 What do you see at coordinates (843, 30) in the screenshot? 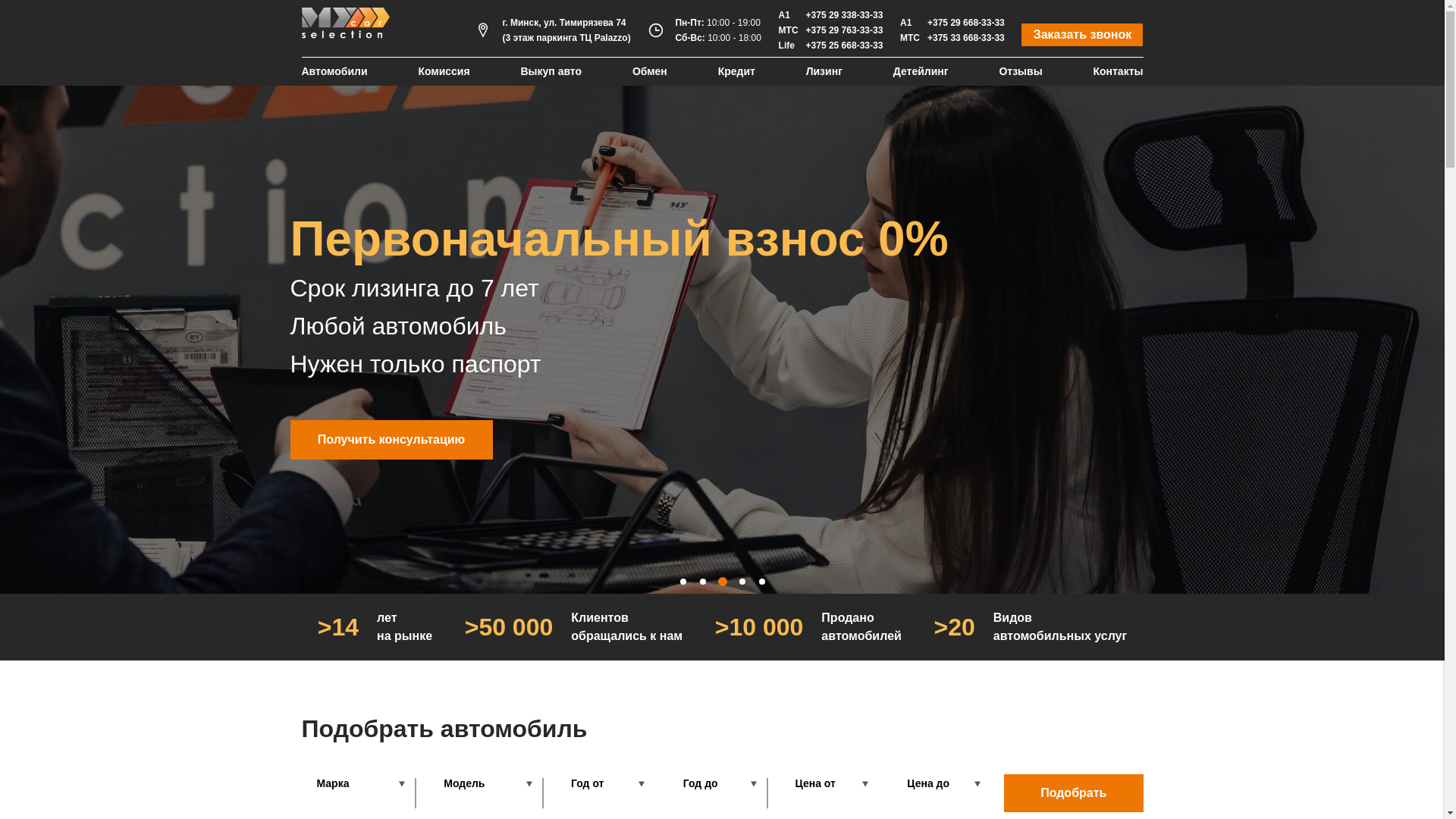
I see `'+375 29 763-33-33'` at bounding box center [843, 30].